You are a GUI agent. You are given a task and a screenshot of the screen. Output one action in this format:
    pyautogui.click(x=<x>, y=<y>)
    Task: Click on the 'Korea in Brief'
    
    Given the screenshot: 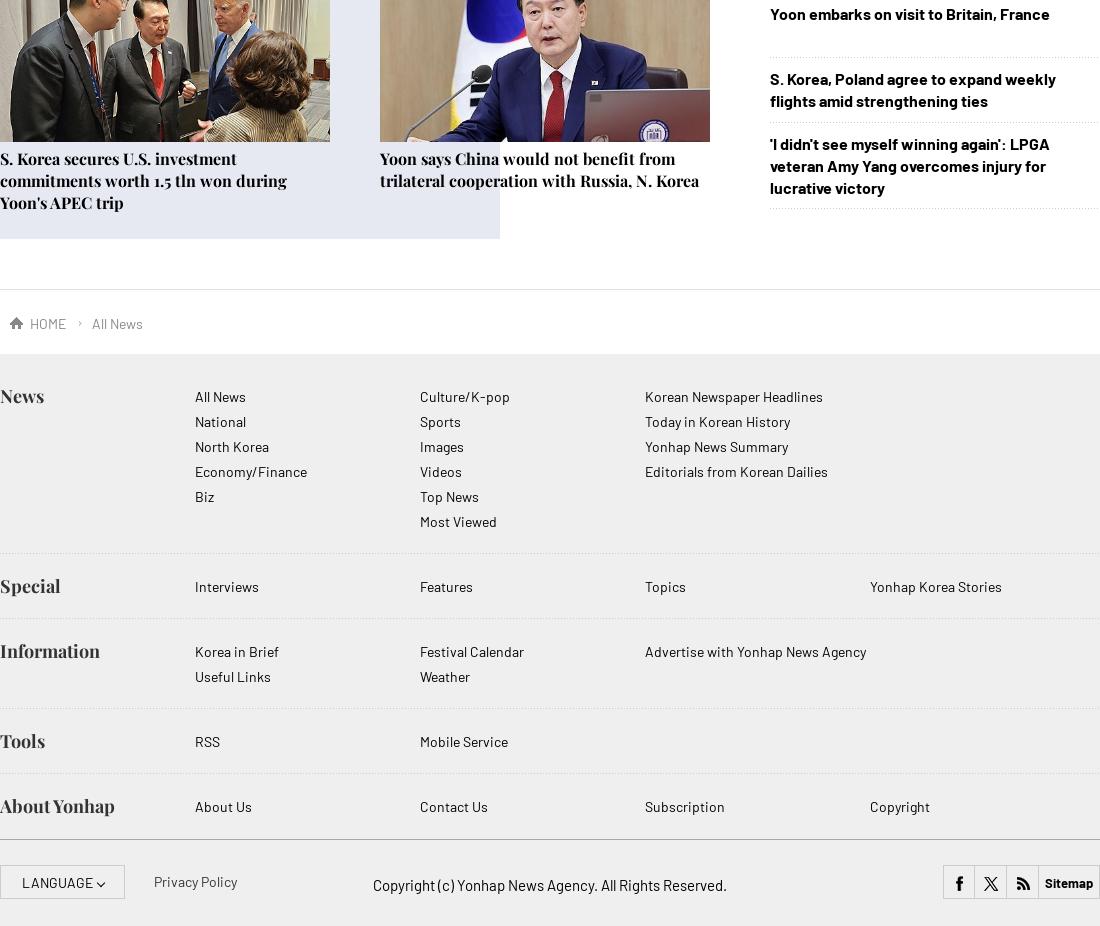 What is the action you would take?
    pyautogui.click(x=237, y=650)
    